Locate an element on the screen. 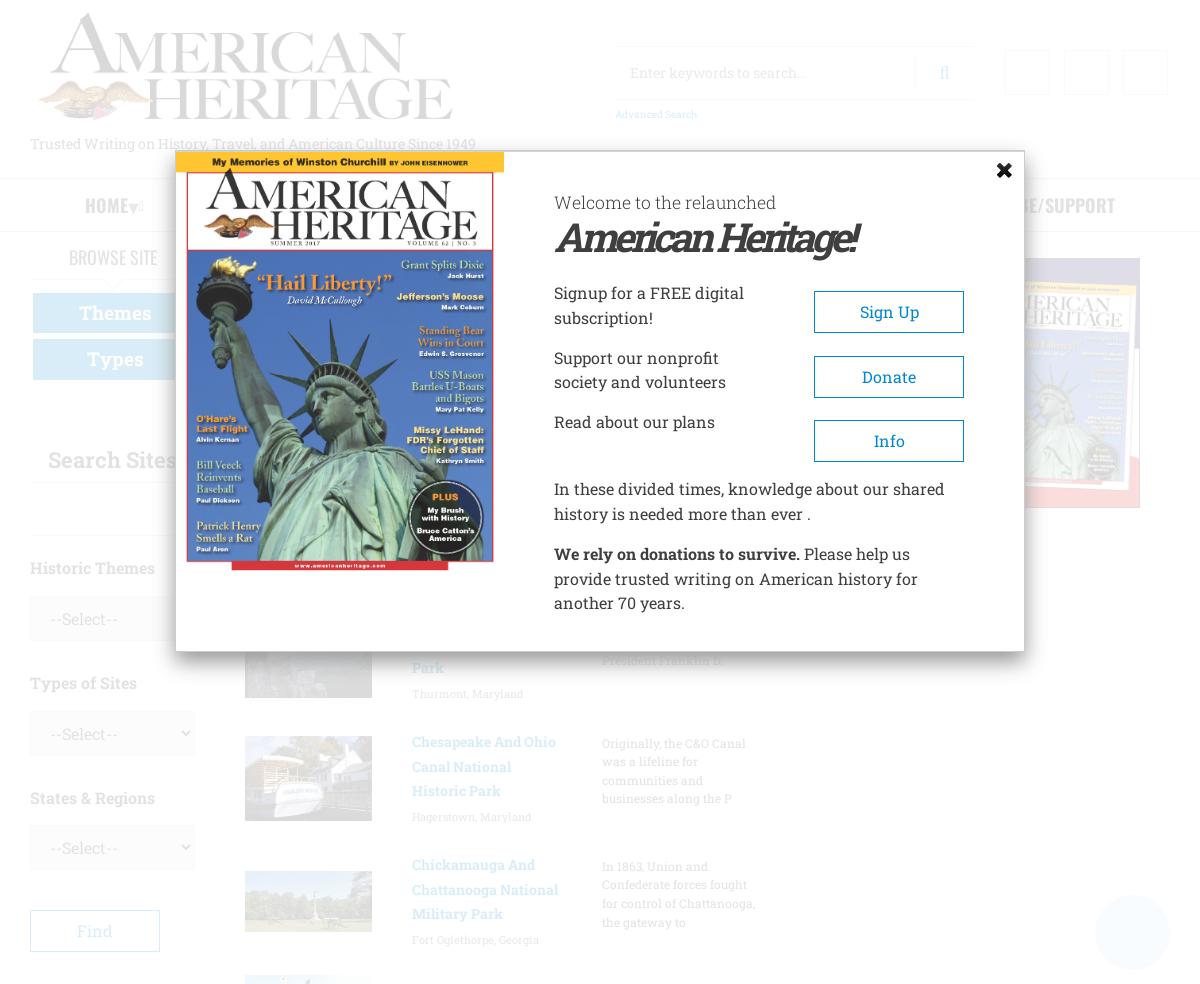  'Sign Up' is located at coordinates (887, 310).